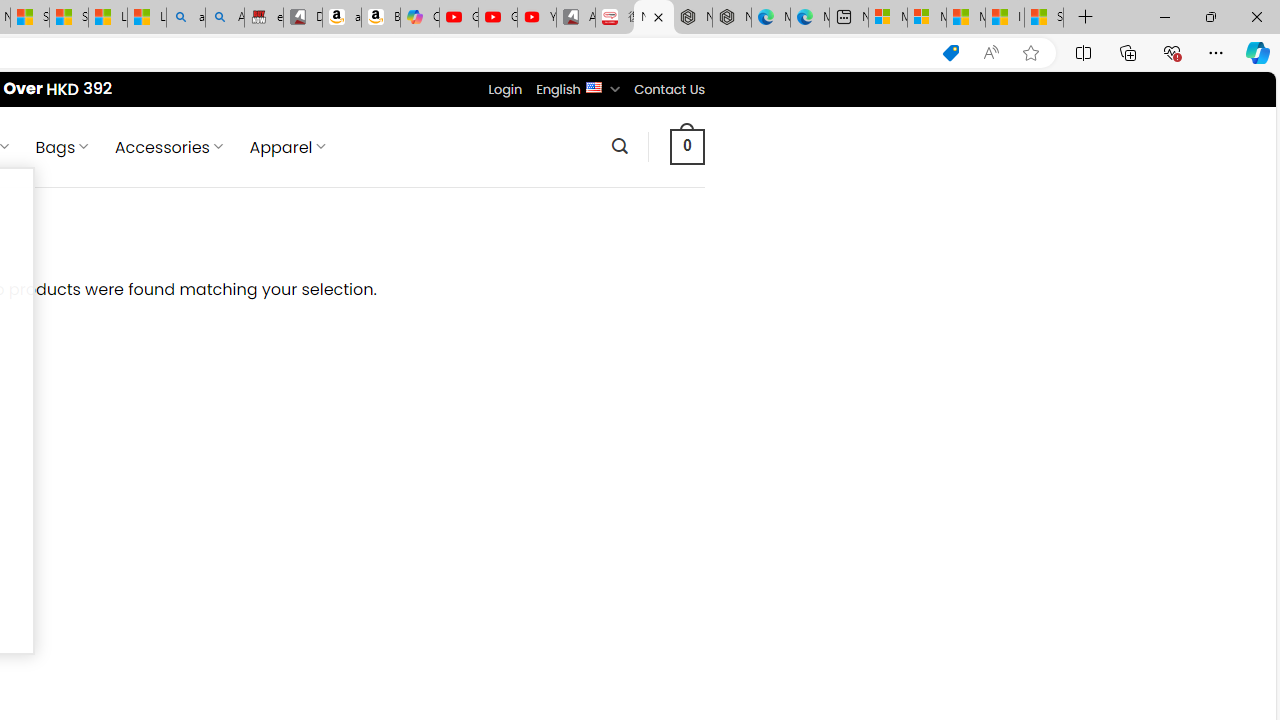  Describe the element at coordinates (1215, 51) in the screenshot. I see `'Settings and more (Alt+F)'` at that location.